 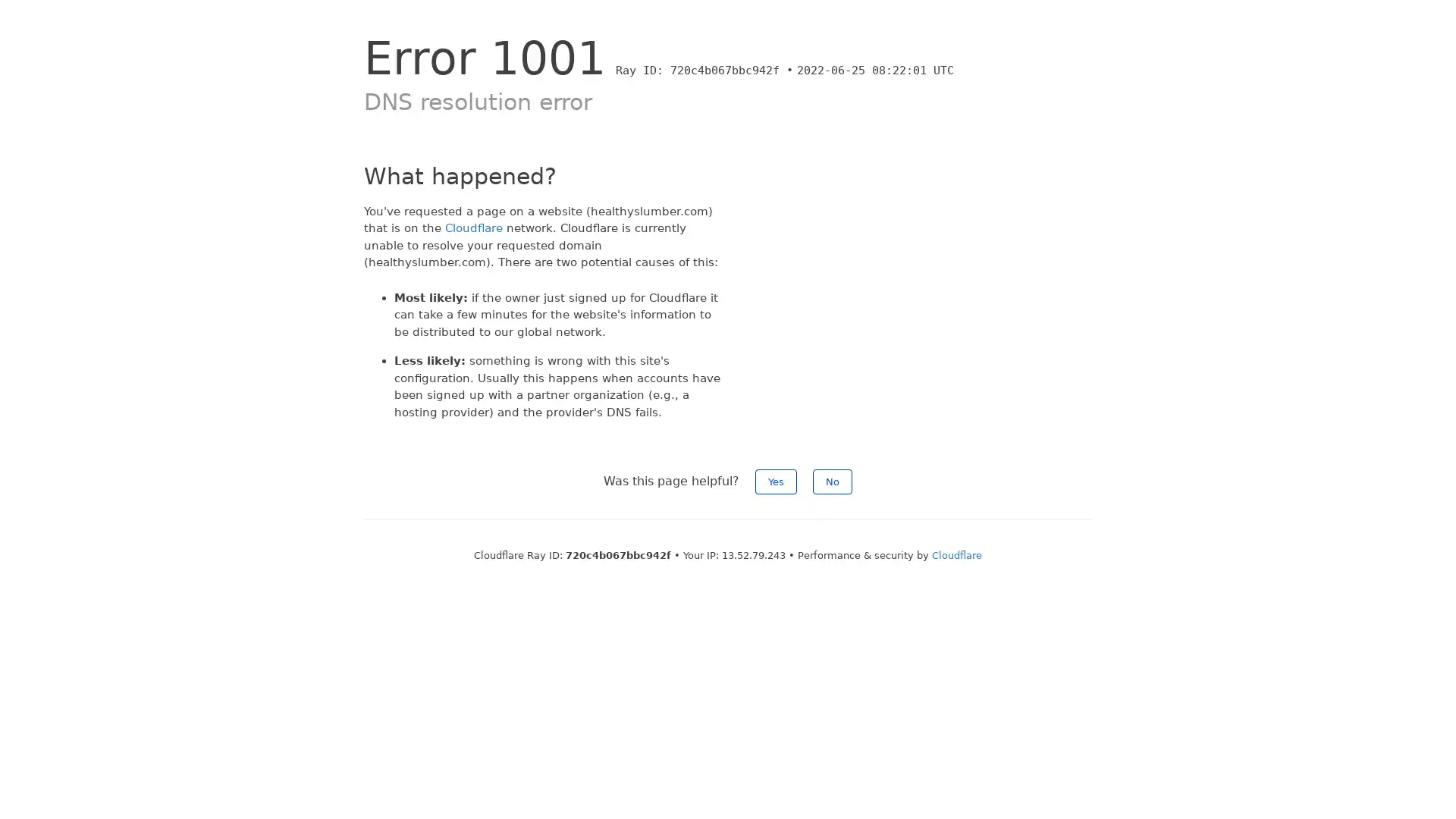 What do you see at coordinates (832, 482) in the screenshot?
I see `No` at bounding box center [832, 482].